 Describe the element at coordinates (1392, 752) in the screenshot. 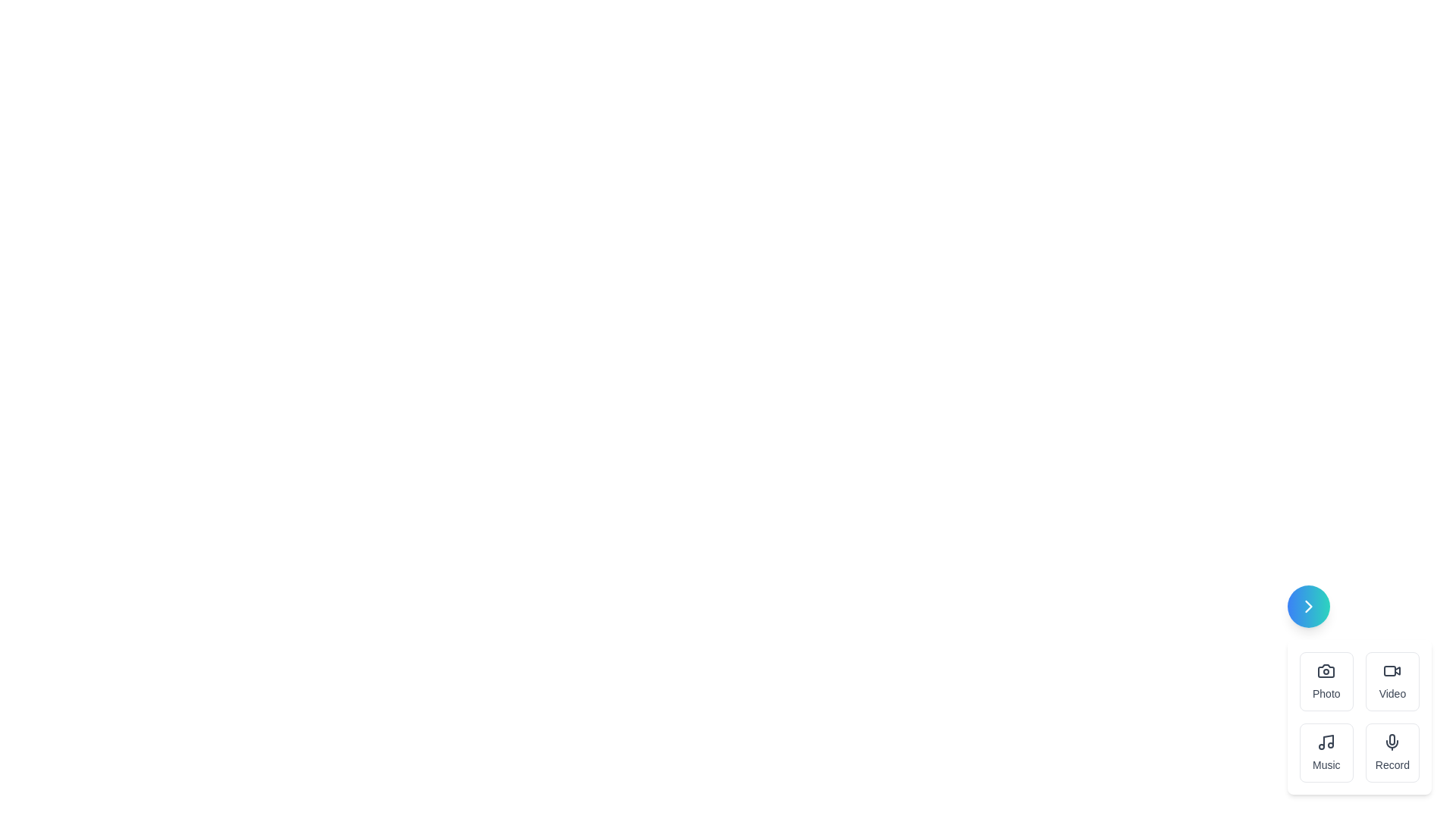

I see `the Record button in the speed dial menu` at that location.